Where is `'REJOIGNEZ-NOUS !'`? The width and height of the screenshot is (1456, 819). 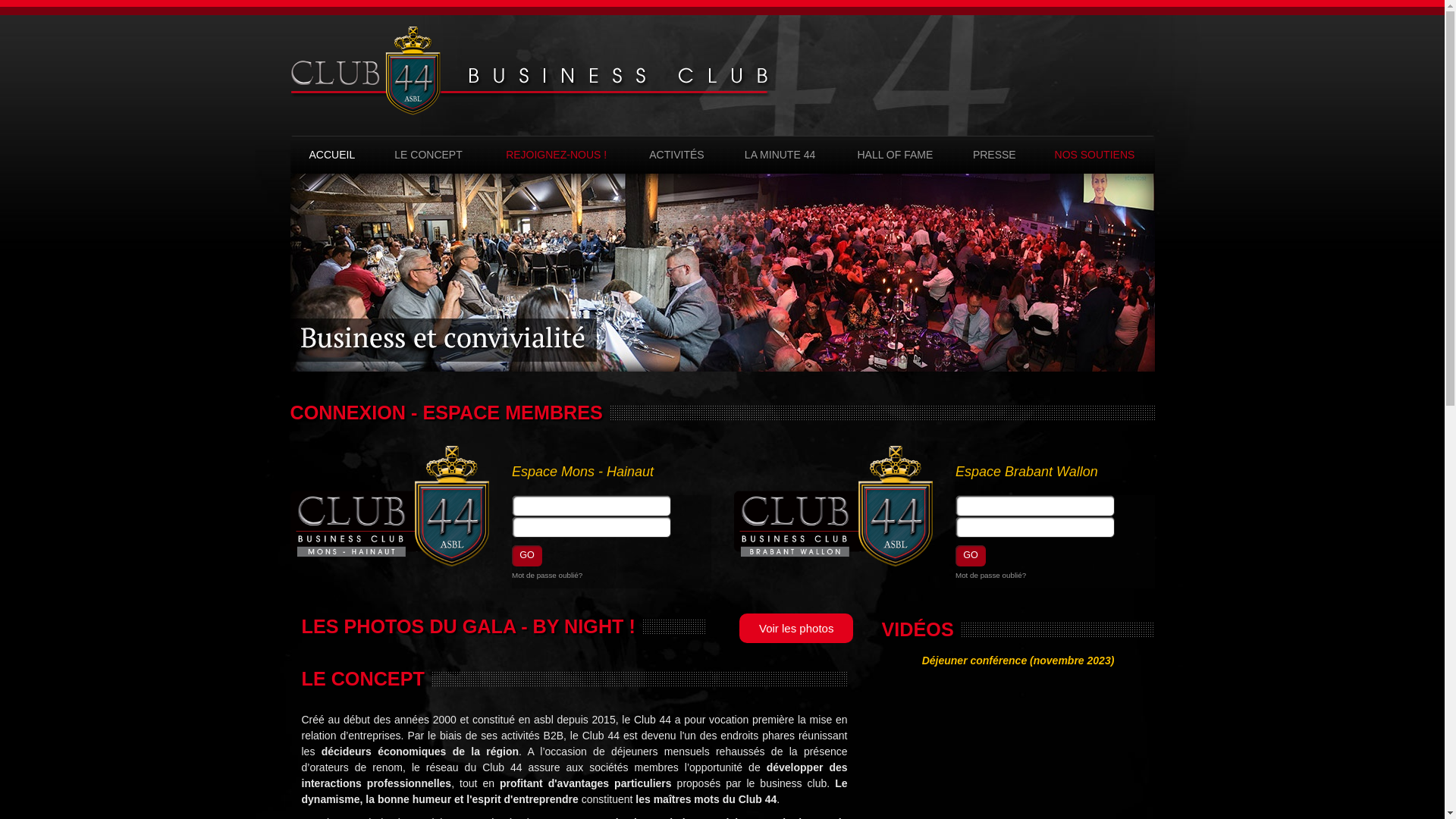 'REJOIGNEZ-NOUS !' is located at coordinates (494, 155).